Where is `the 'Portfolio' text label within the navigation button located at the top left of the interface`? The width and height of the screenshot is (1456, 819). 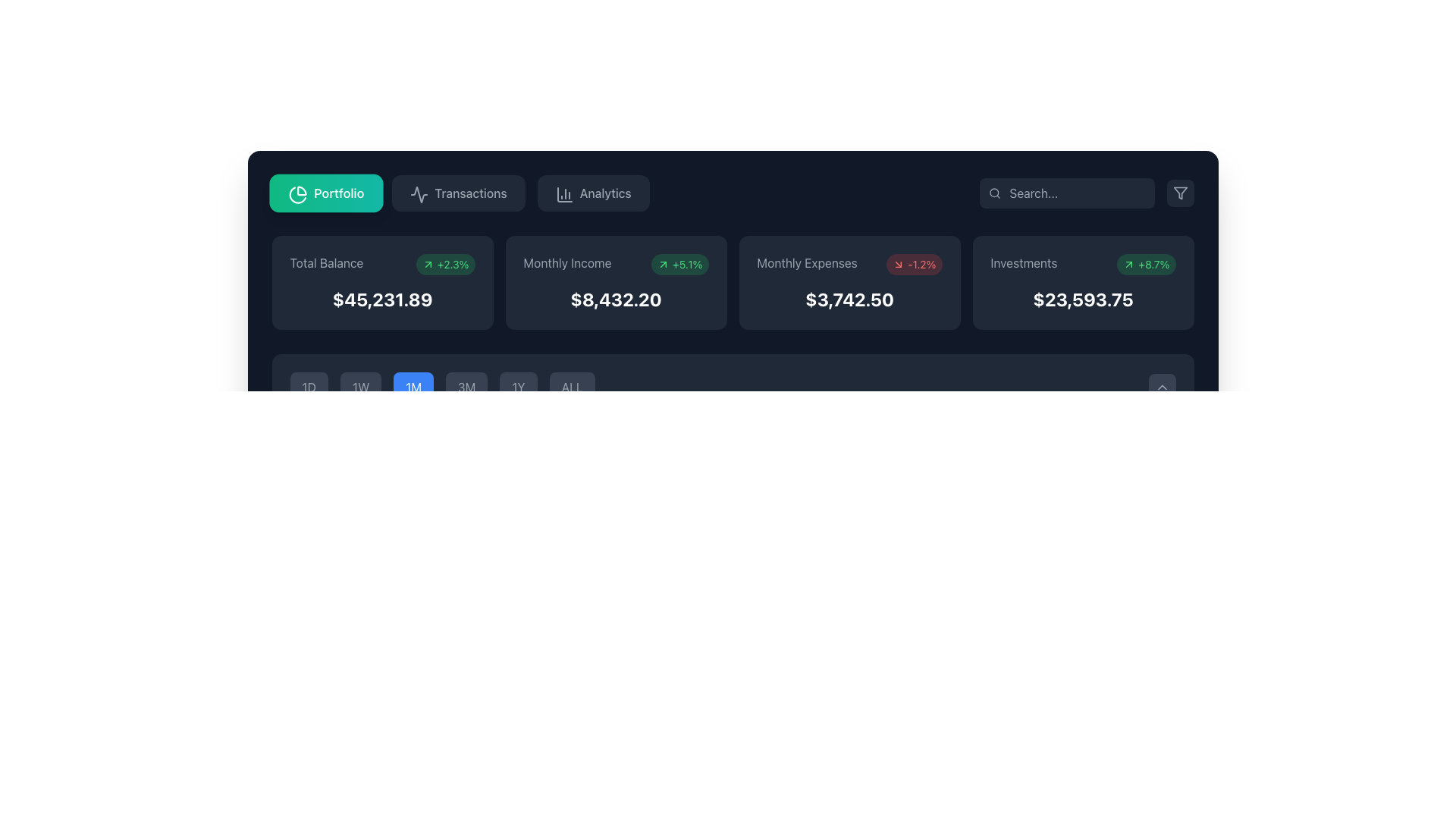
the 'Portfolio' text label within the navigation button located at the top left of the interface is located at coordinates (337, 192).